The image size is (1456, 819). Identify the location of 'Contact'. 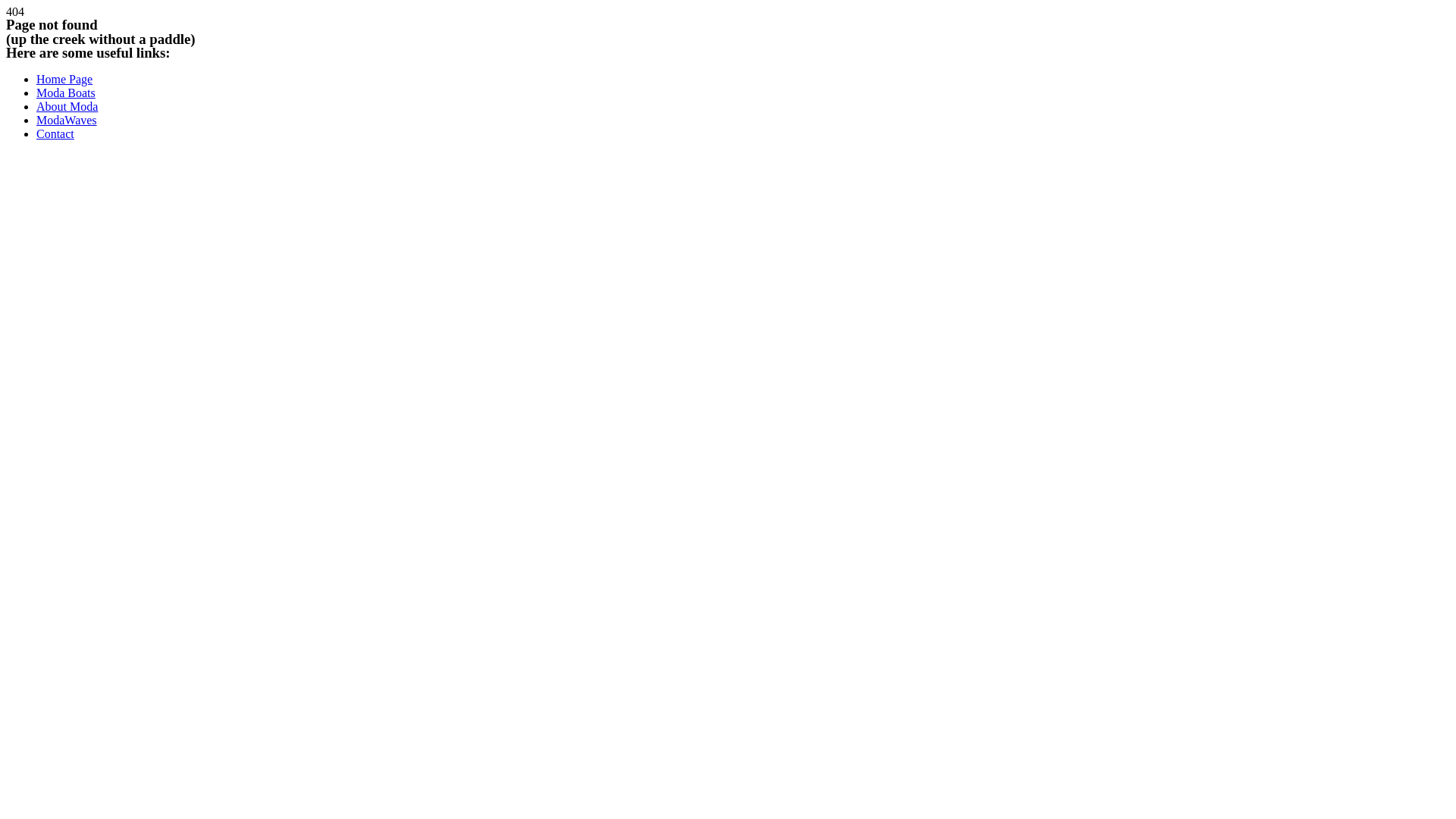
(36, 133).